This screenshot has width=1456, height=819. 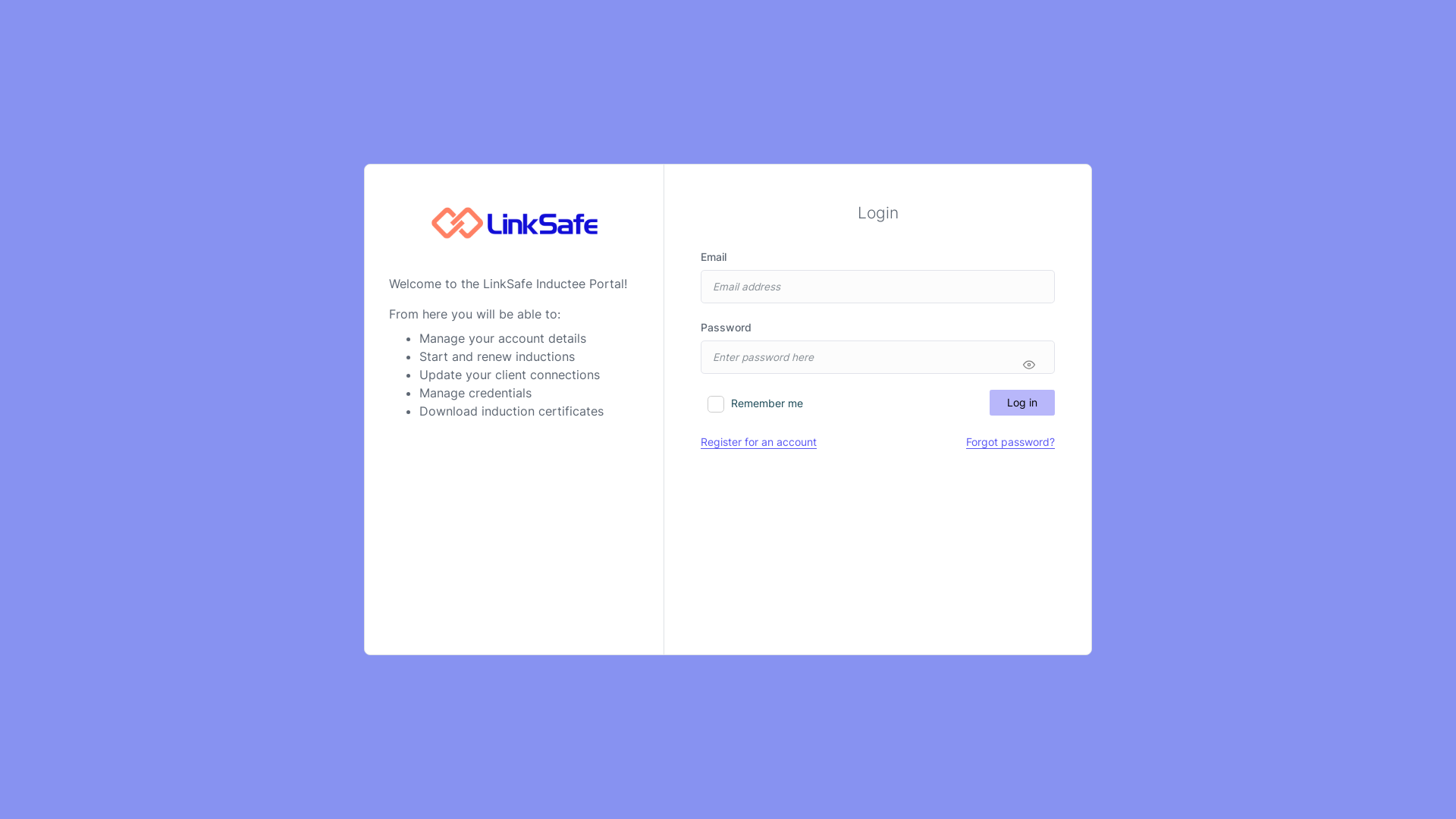 I want to click on 'Log in', so click(x=1022, y=402).